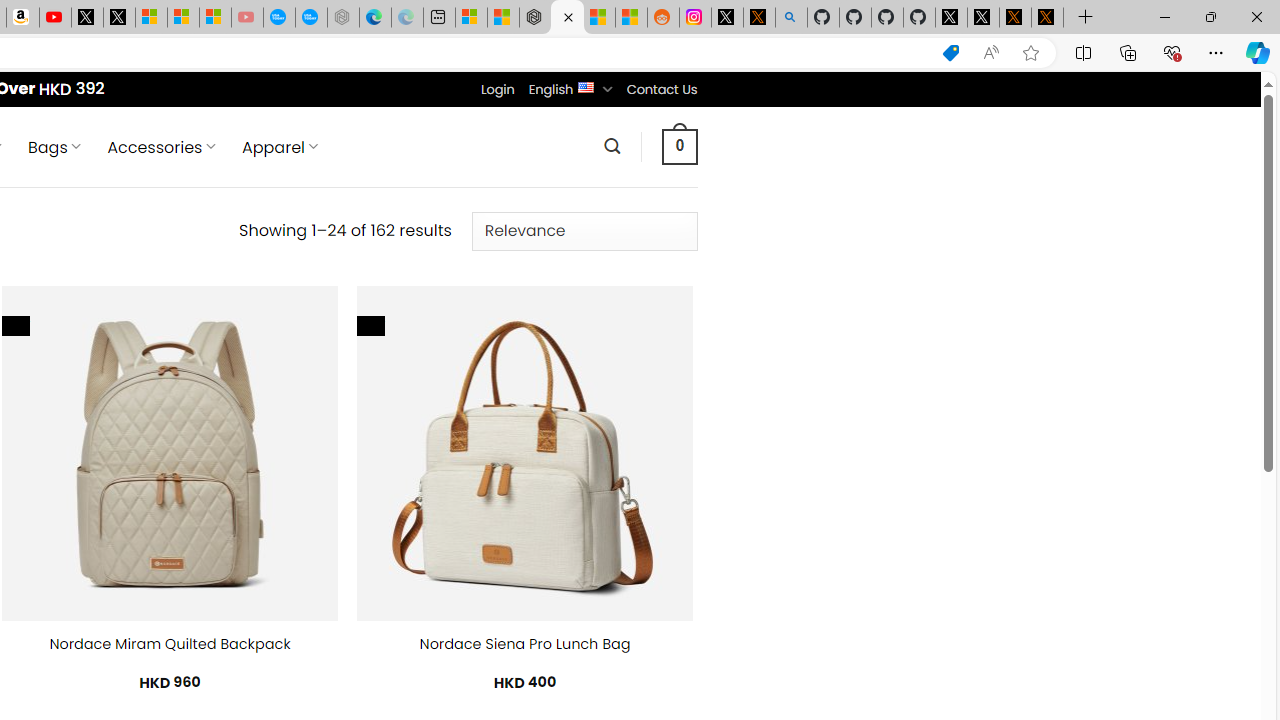  What do you see at coordinates (585, 85) in the screenshot?
I see `'English'` at bounding box center [585, 85].